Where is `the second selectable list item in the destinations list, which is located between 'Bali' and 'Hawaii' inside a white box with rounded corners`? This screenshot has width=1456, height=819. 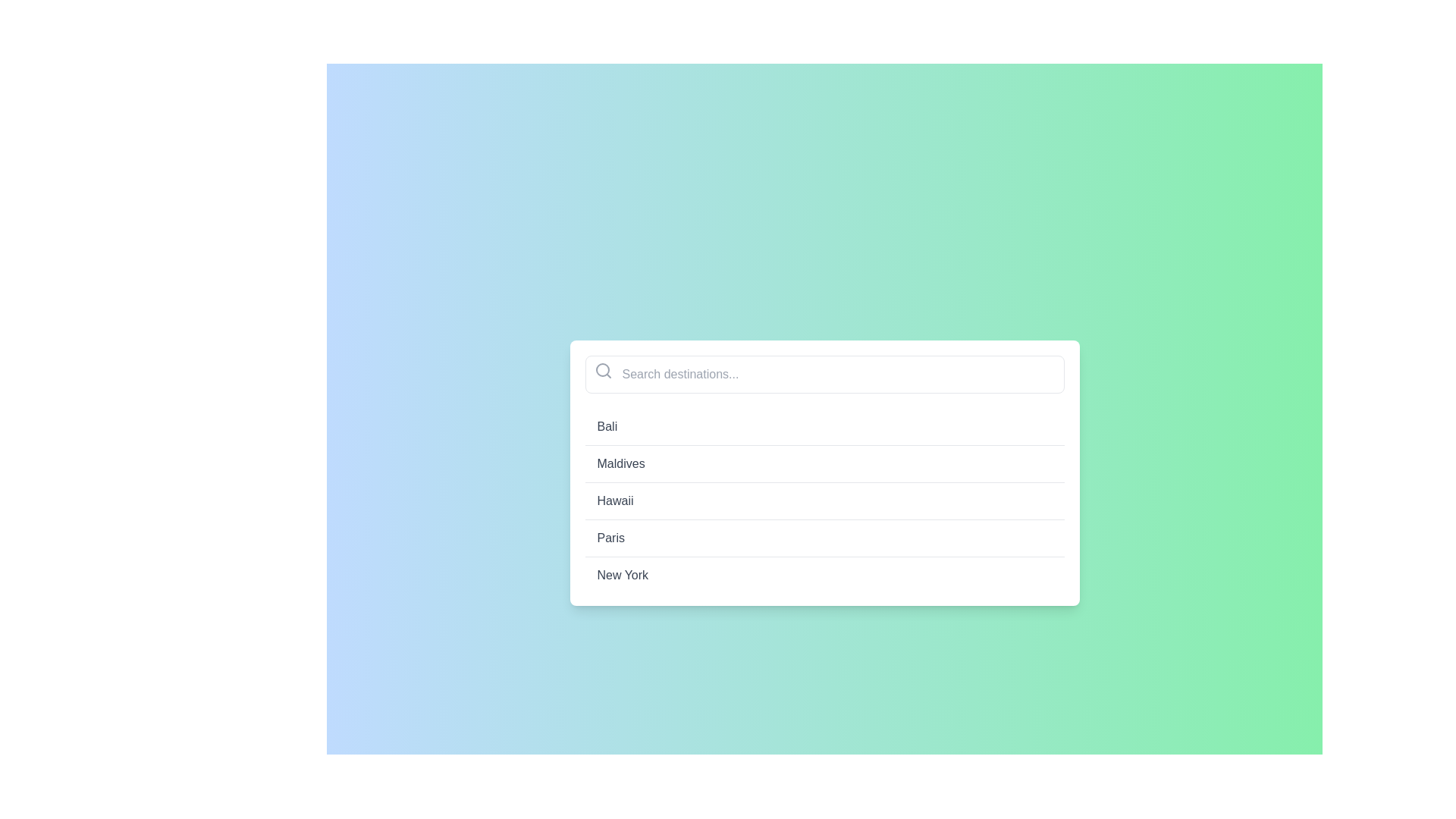
the second selectable list item in the destinations list, which is located between 'Bali' and 'Hawaii' inside a white box with rounded corners is located at coordinates (824, 472).